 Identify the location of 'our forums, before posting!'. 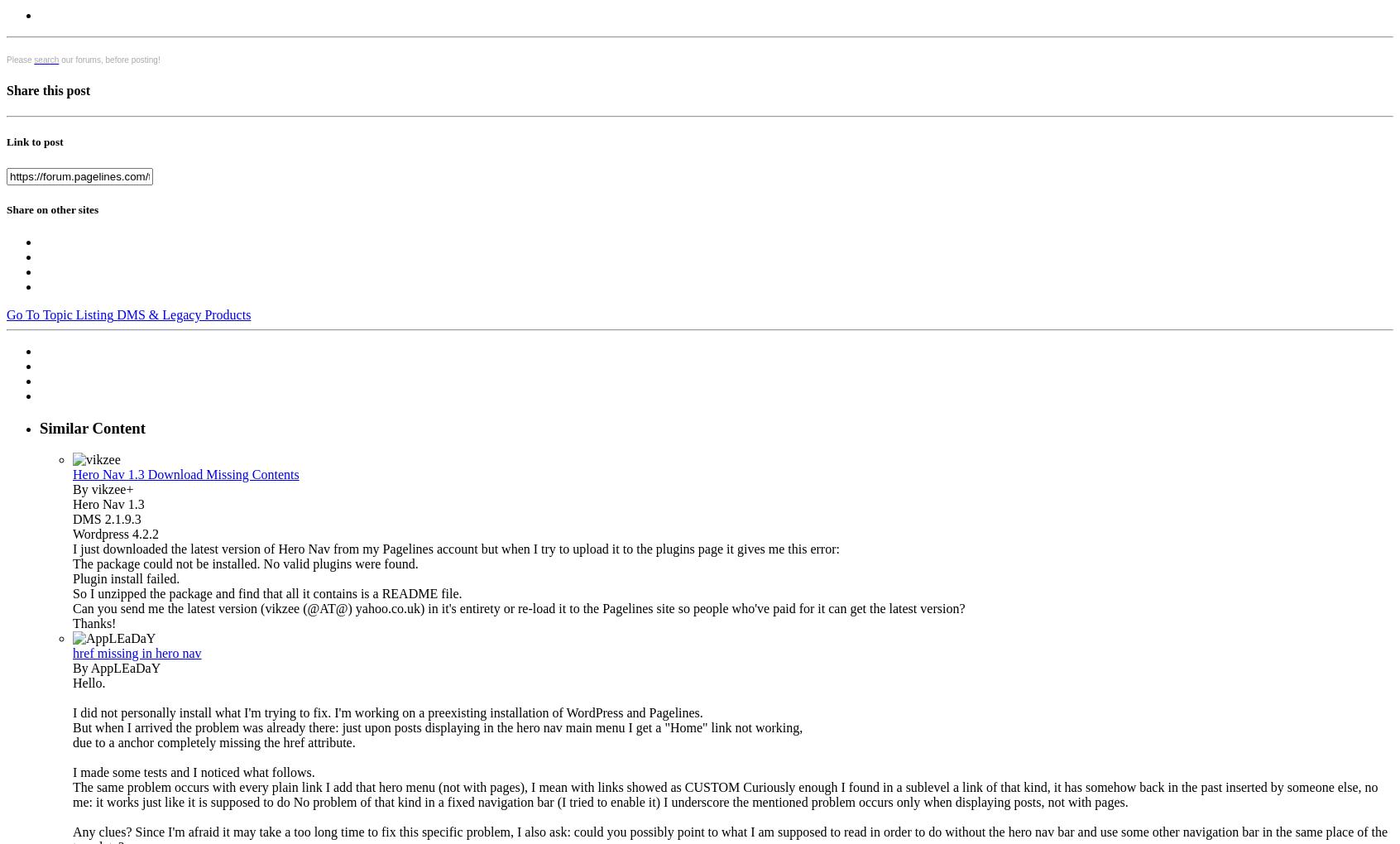
(108, 59).